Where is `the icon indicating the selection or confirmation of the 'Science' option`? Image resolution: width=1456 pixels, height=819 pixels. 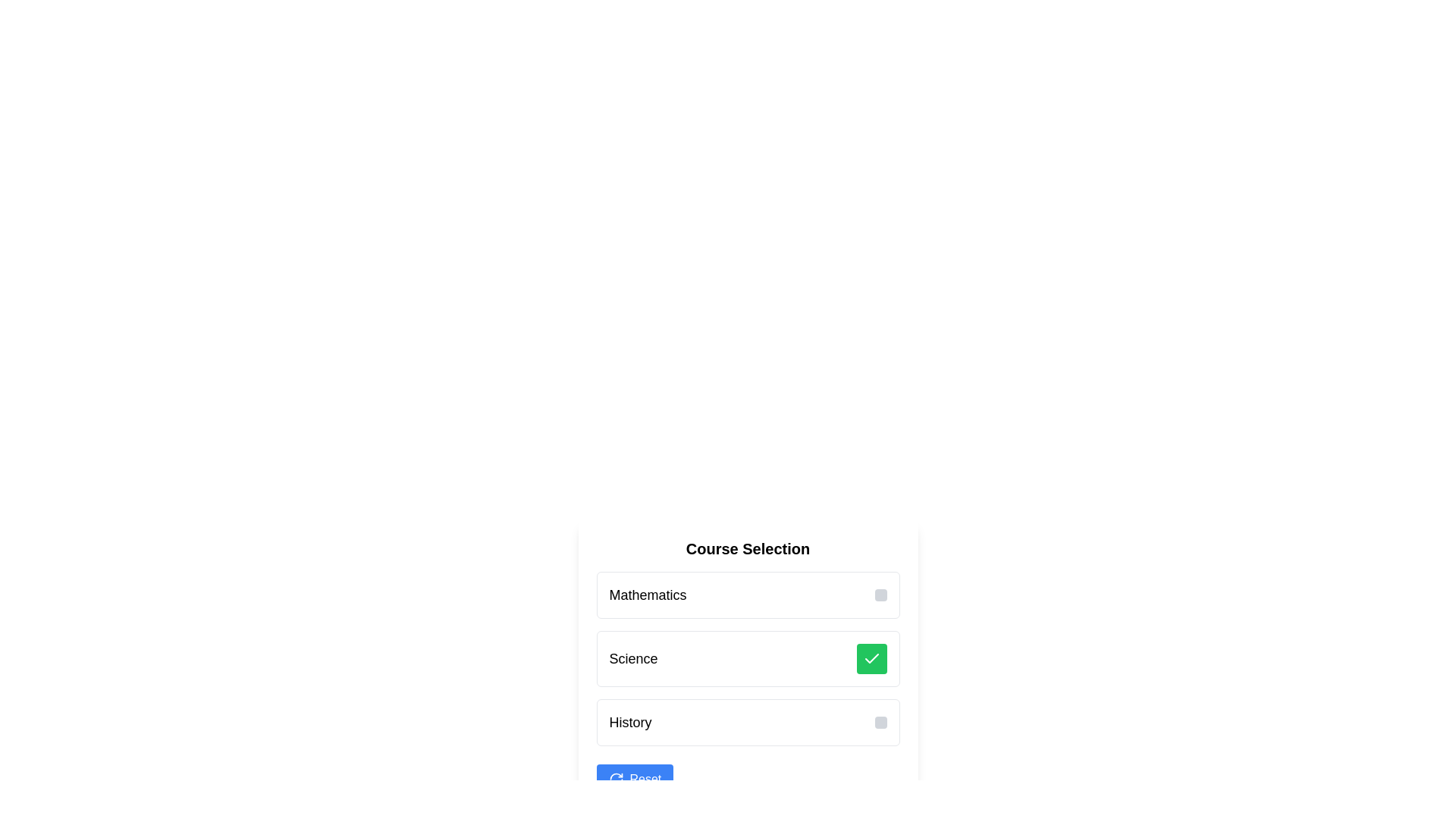 the icon indicating the selection or confirmation of the 'Science' option is located at coordinates (871, 657).